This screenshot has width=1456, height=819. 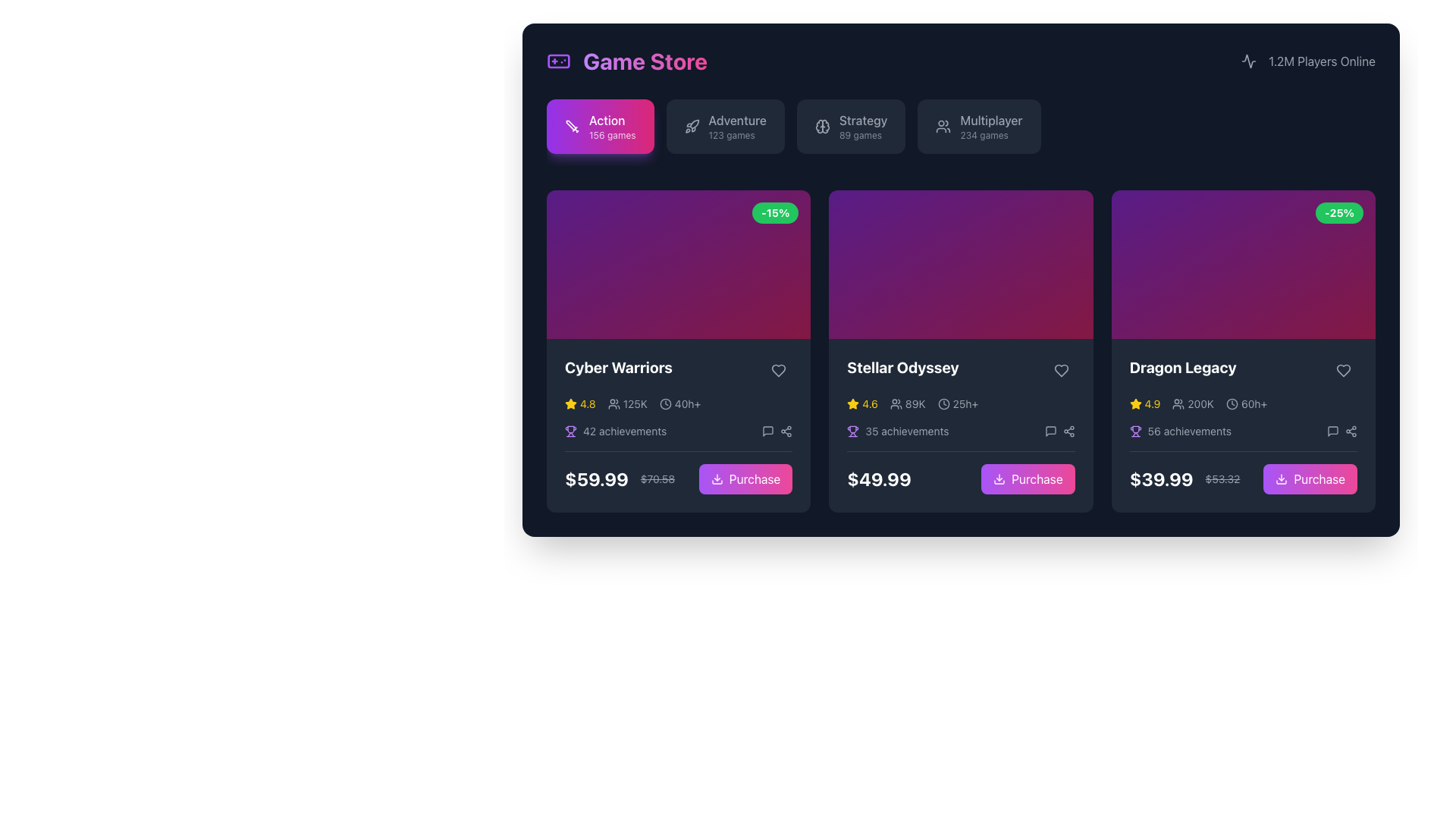 What do you see at coordinates (613, 403) in the screenshot?
I see `the user engagement icon that visually represents the numerical value '125K', located in the bottom section of the 'Cyber Warriors' card, adjacent to the star rating symbol` at bounding box center [613, 403].